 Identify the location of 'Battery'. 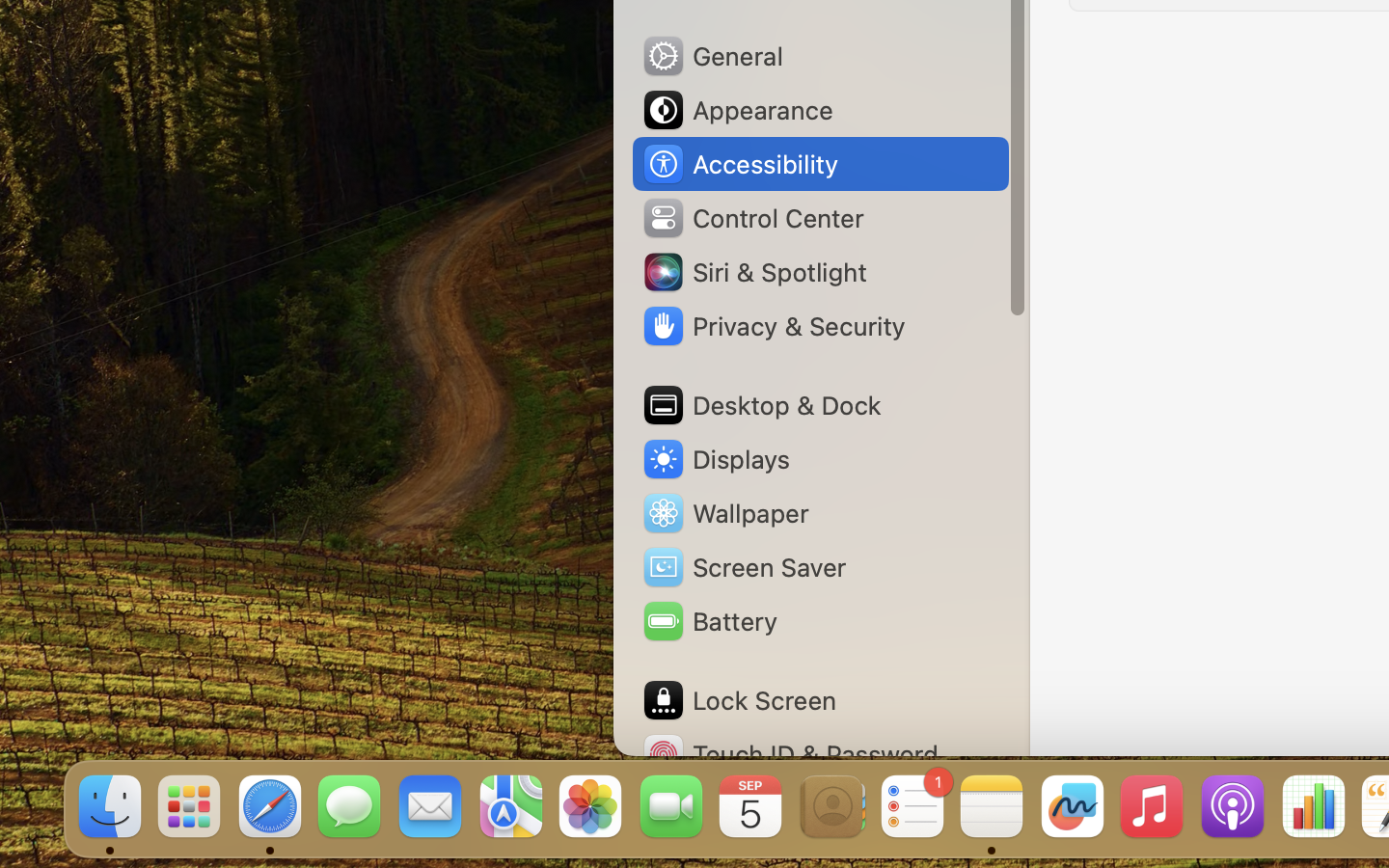
(707, 621).